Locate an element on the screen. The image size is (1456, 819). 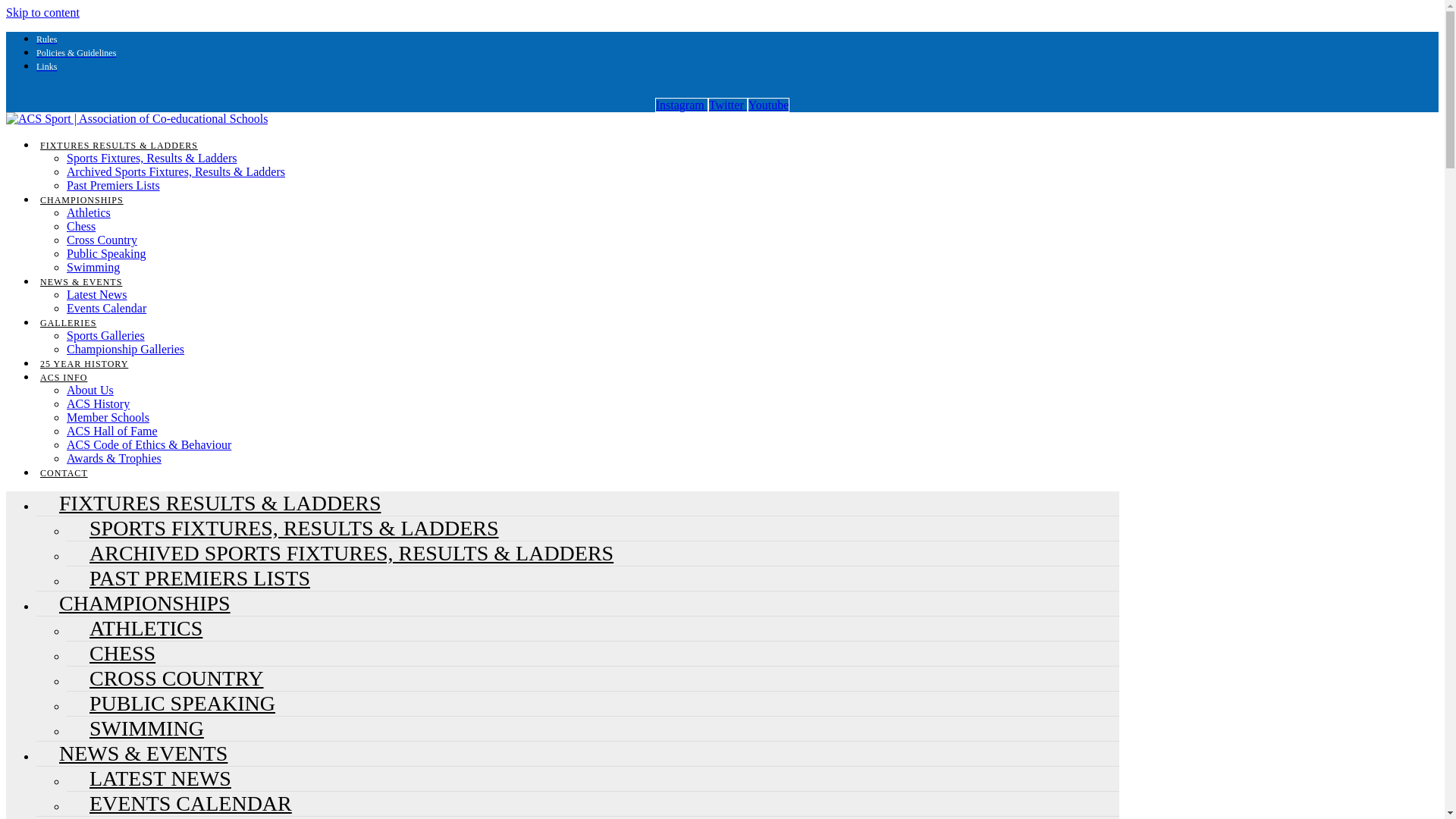
'Cross Country' is located at coordinates (101, 239).